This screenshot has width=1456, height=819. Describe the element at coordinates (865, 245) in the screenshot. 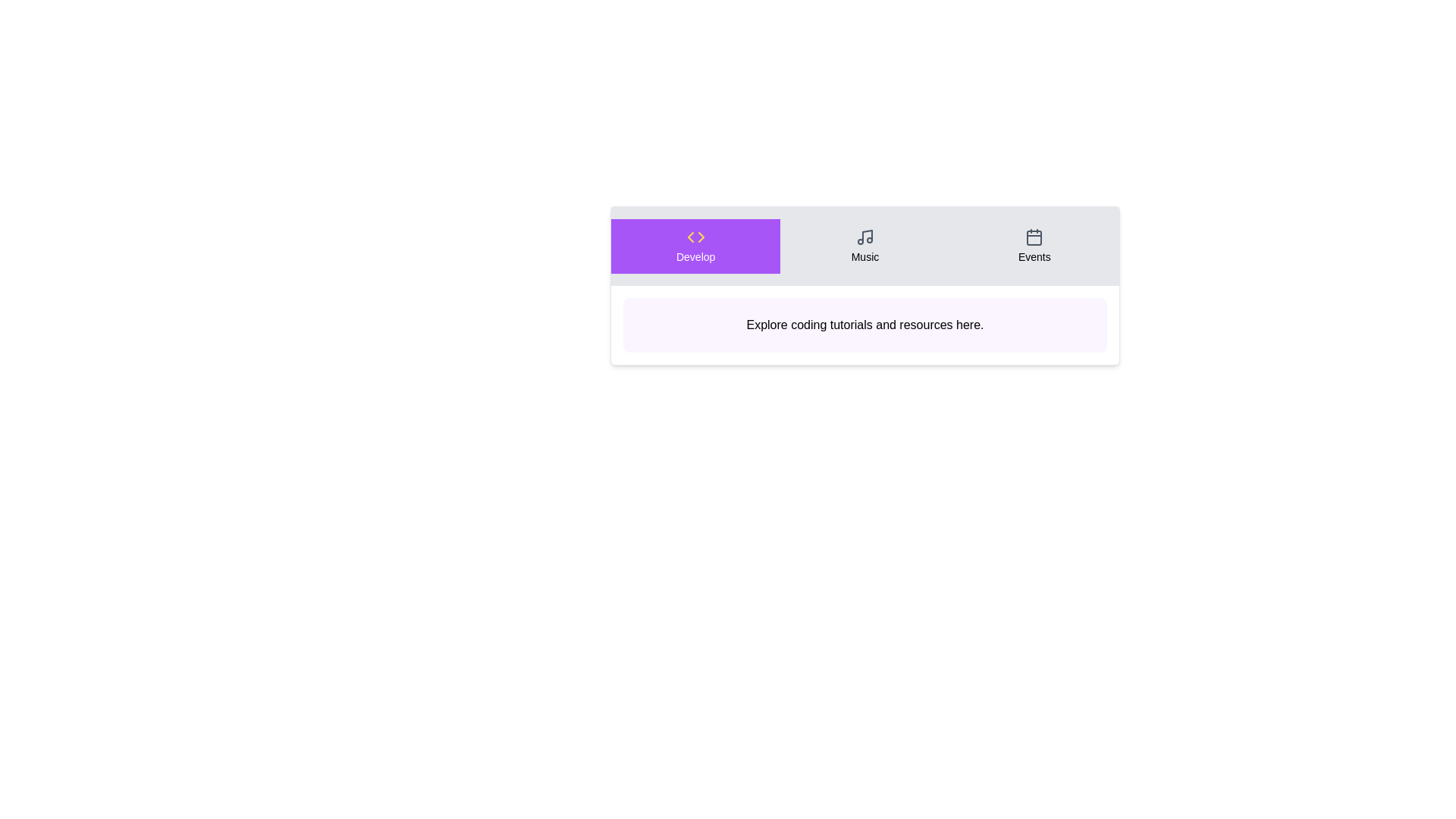

I see `the Music tab` at that location.